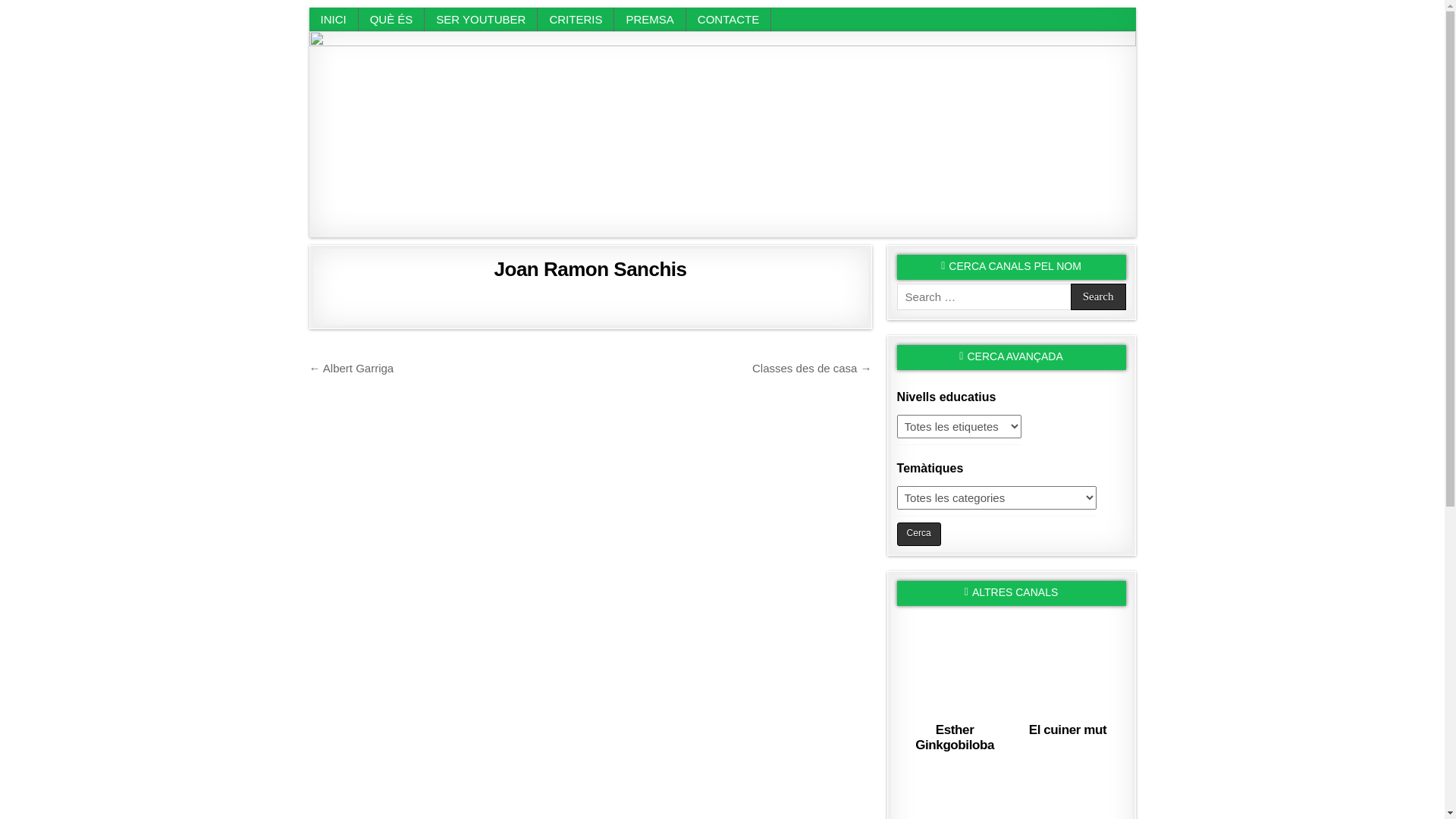 The height and width of the screenshot is (819, 1456). What do you see at coordinates (589, 268) in the screenshot?
I see `'Joan Ramon Sanchis'` at bounding box center [589, 268].